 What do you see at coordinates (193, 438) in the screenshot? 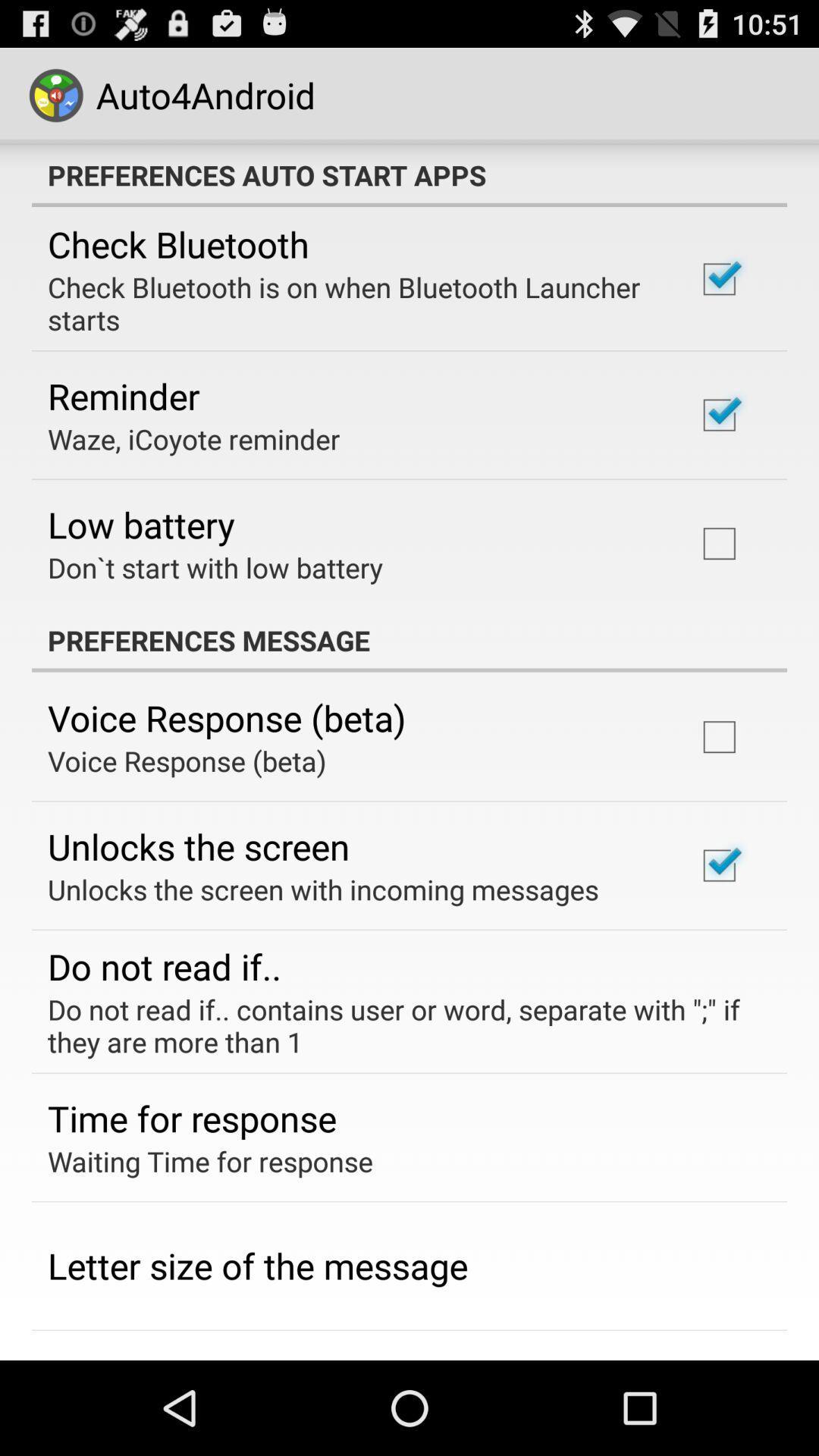
I see `waze, icoyote reminder item` at bounding box center [193, 438].